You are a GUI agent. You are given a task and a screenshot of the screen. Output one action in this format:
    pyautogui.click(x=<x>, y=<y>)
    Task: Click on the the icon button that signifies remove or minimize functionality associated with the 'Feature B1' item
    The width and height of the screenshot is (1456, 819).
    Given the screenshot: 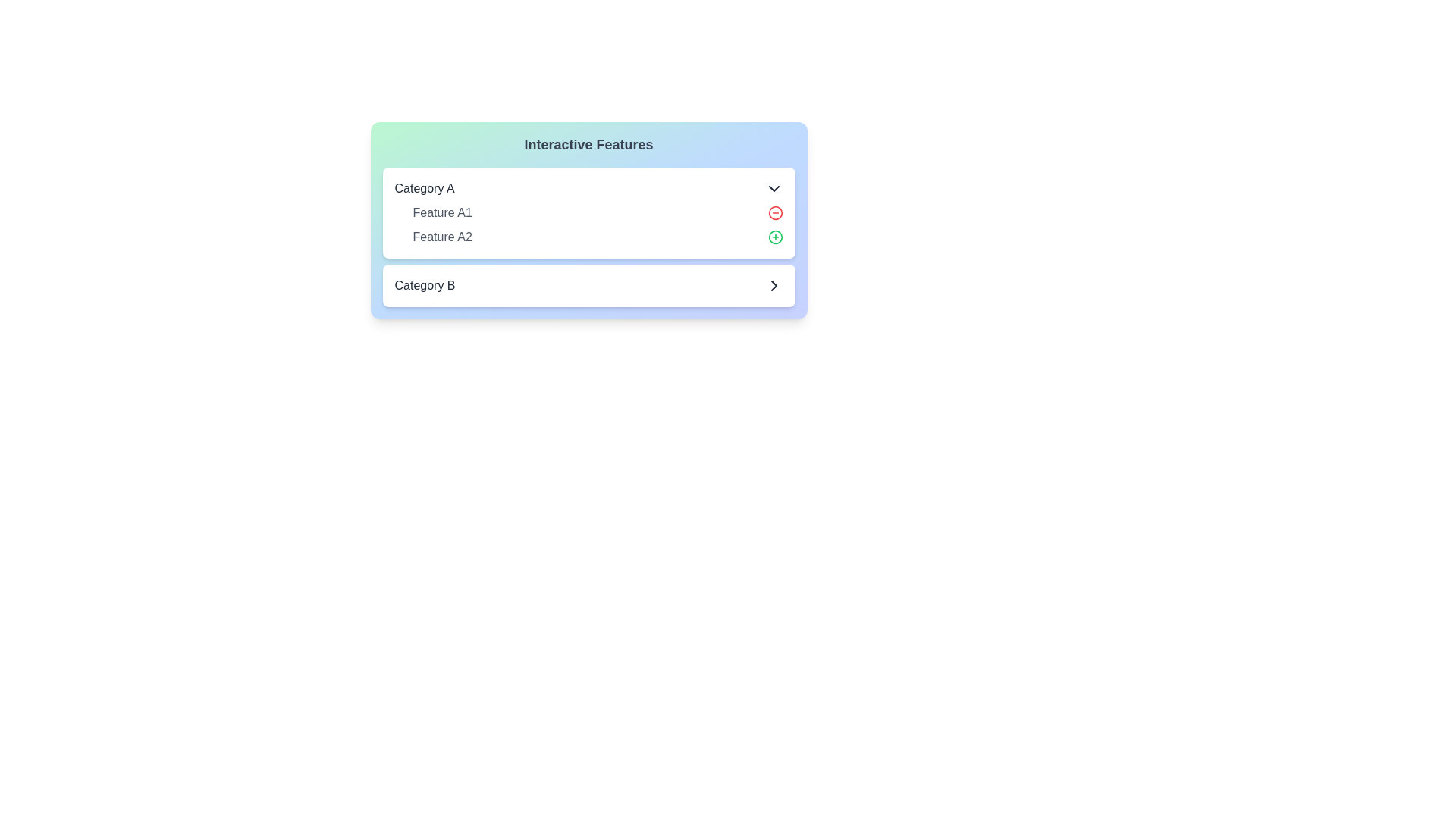 What is the action you would take?
    pyautogui.click(x=775, y=309)
    